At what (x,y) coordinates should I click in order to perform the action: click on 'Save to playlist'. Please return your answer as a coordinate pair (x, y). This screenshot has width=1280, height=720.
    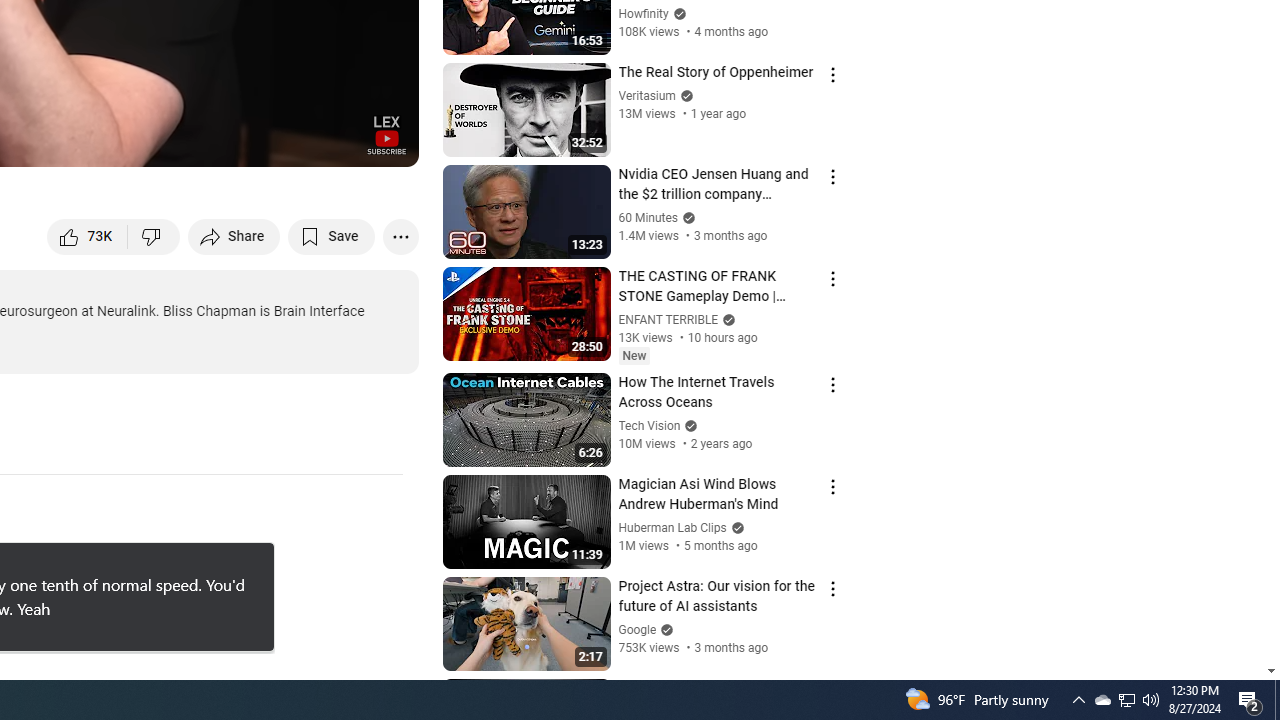
    Looking at the image, I should click on (331, 235).